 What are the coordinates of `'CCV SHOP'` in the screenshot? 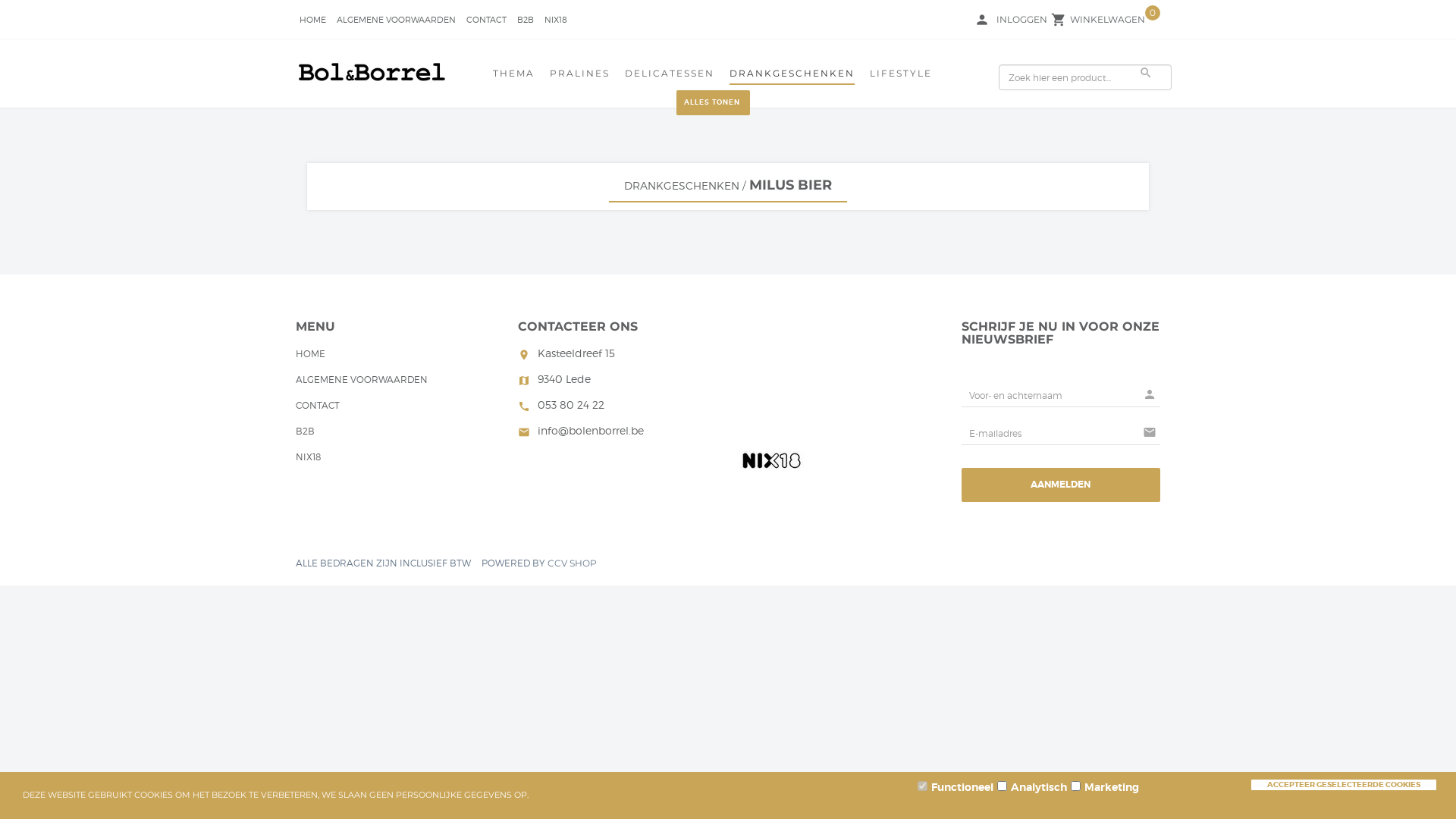 It's located at (546, 563).